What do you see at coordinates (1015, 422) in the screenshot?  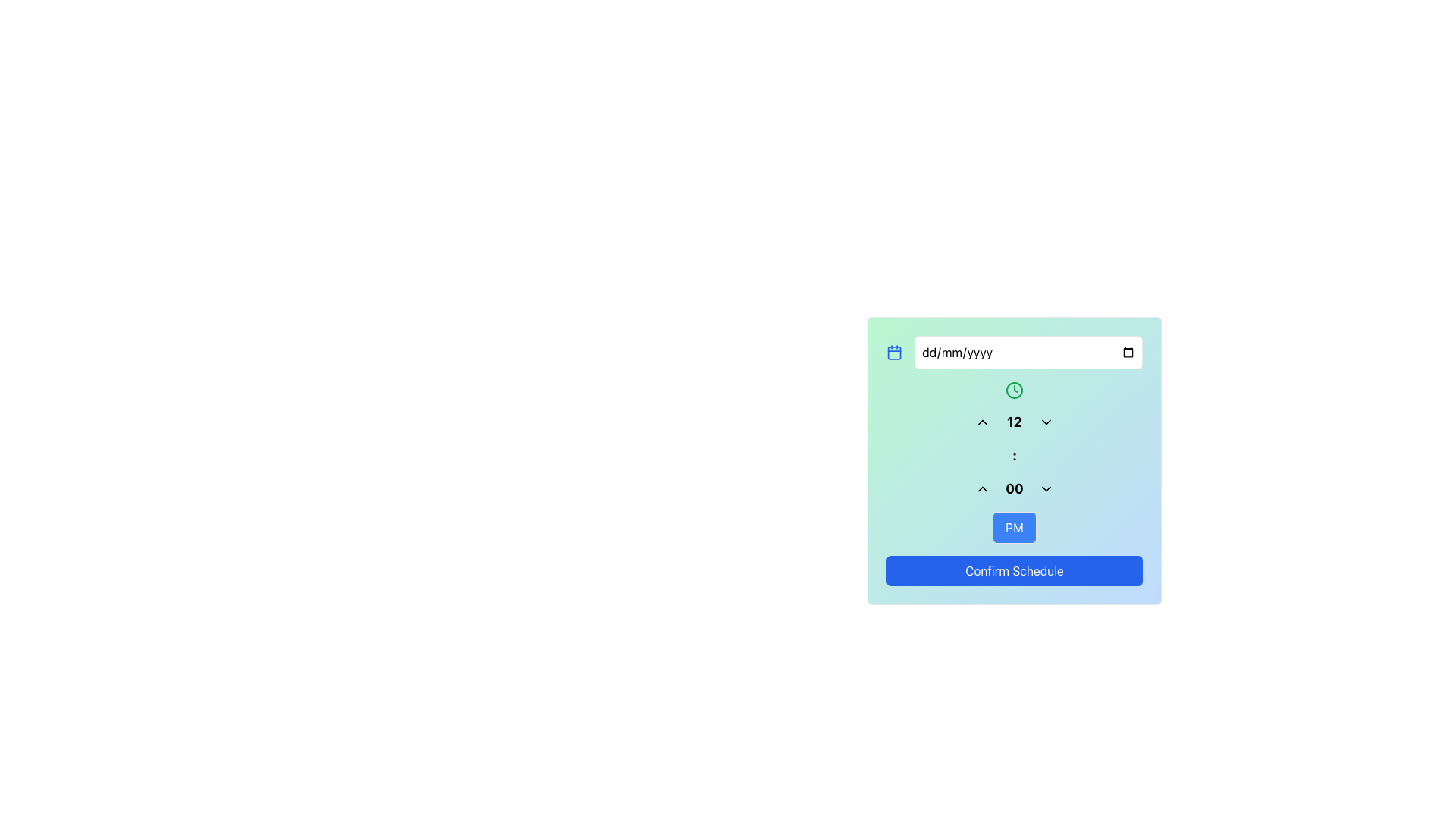 I see `the bold text display showing '12' in a large font, which is centered within the time selection section` at bounding box center [1015, 422].